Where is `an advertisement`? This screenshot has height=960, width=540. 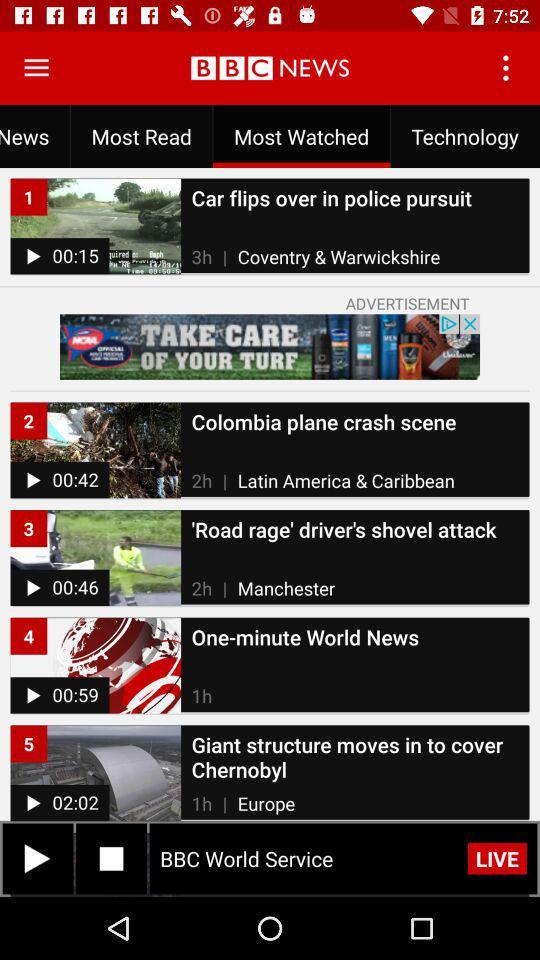 an advertisement is located at coordinates (270, 347).